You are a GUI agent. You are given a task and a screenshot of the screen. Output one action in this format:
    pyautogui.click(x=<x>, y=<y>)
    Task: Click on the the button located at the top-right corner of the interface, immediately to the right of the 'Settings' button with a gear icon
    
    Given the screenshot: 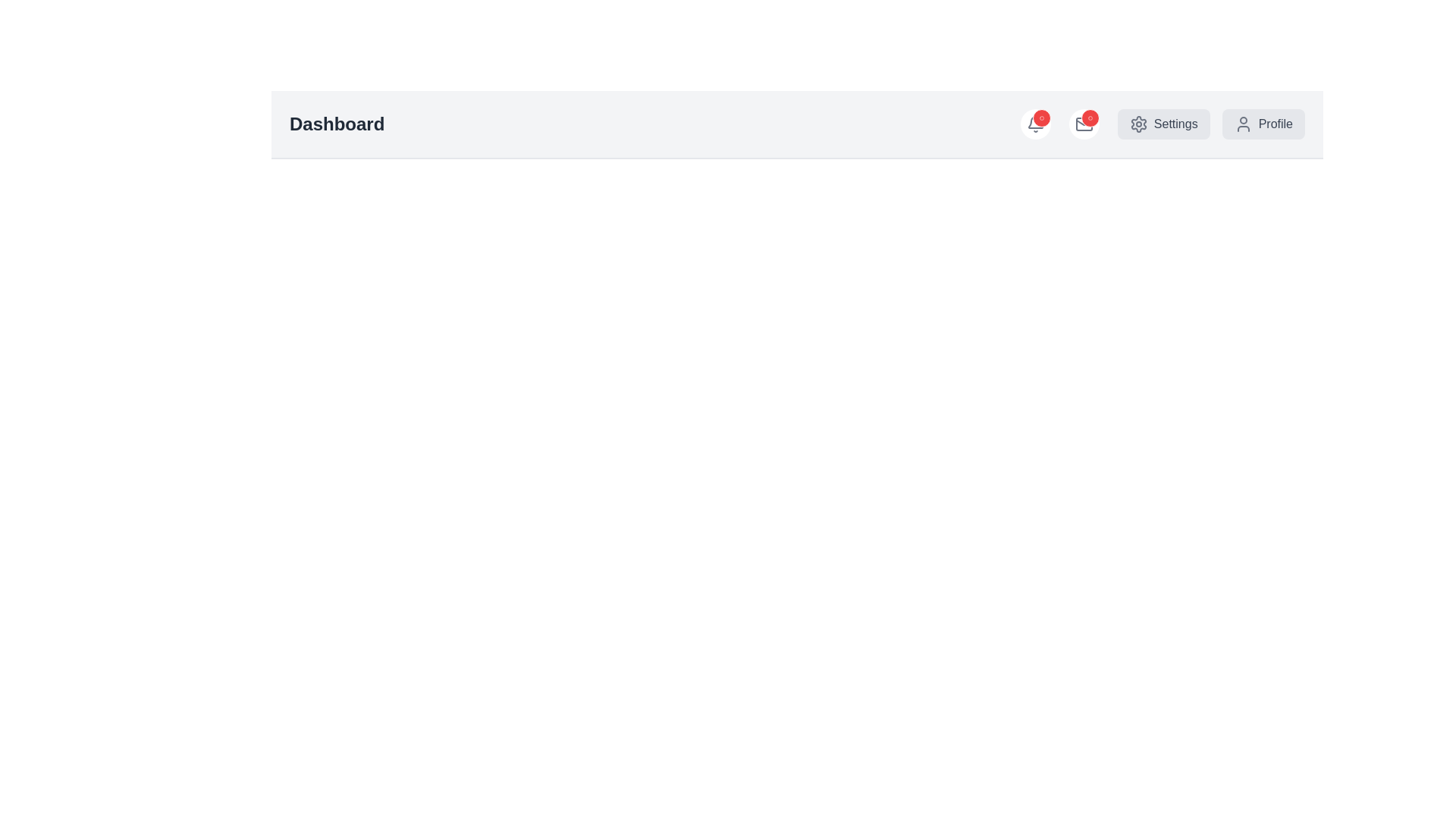 What is the action you would take?
    pyautogui.click(x=1263, y=124)
    